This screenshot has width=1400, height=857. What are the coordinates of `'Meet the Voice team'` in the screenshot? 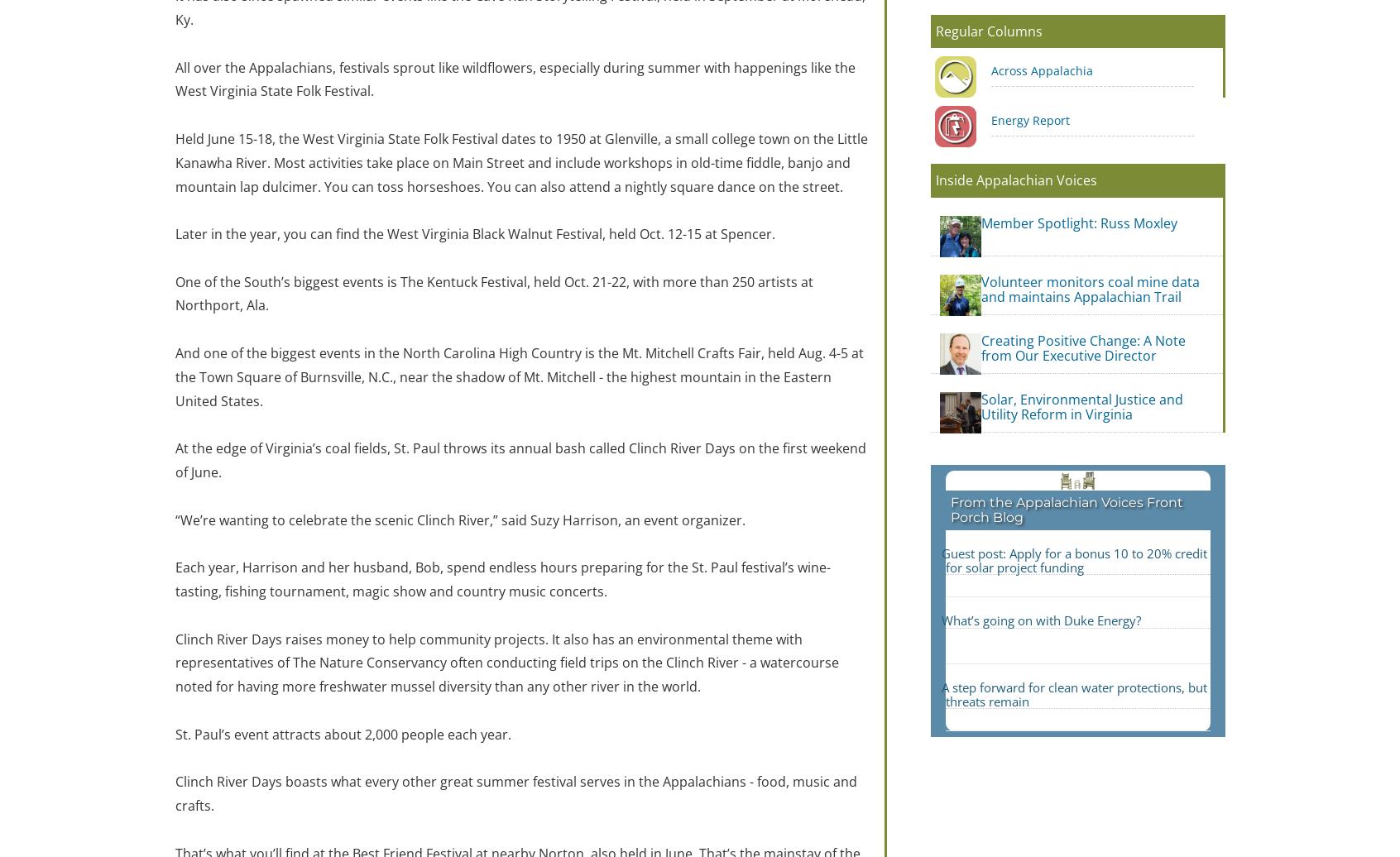 It's located at (627, 515).